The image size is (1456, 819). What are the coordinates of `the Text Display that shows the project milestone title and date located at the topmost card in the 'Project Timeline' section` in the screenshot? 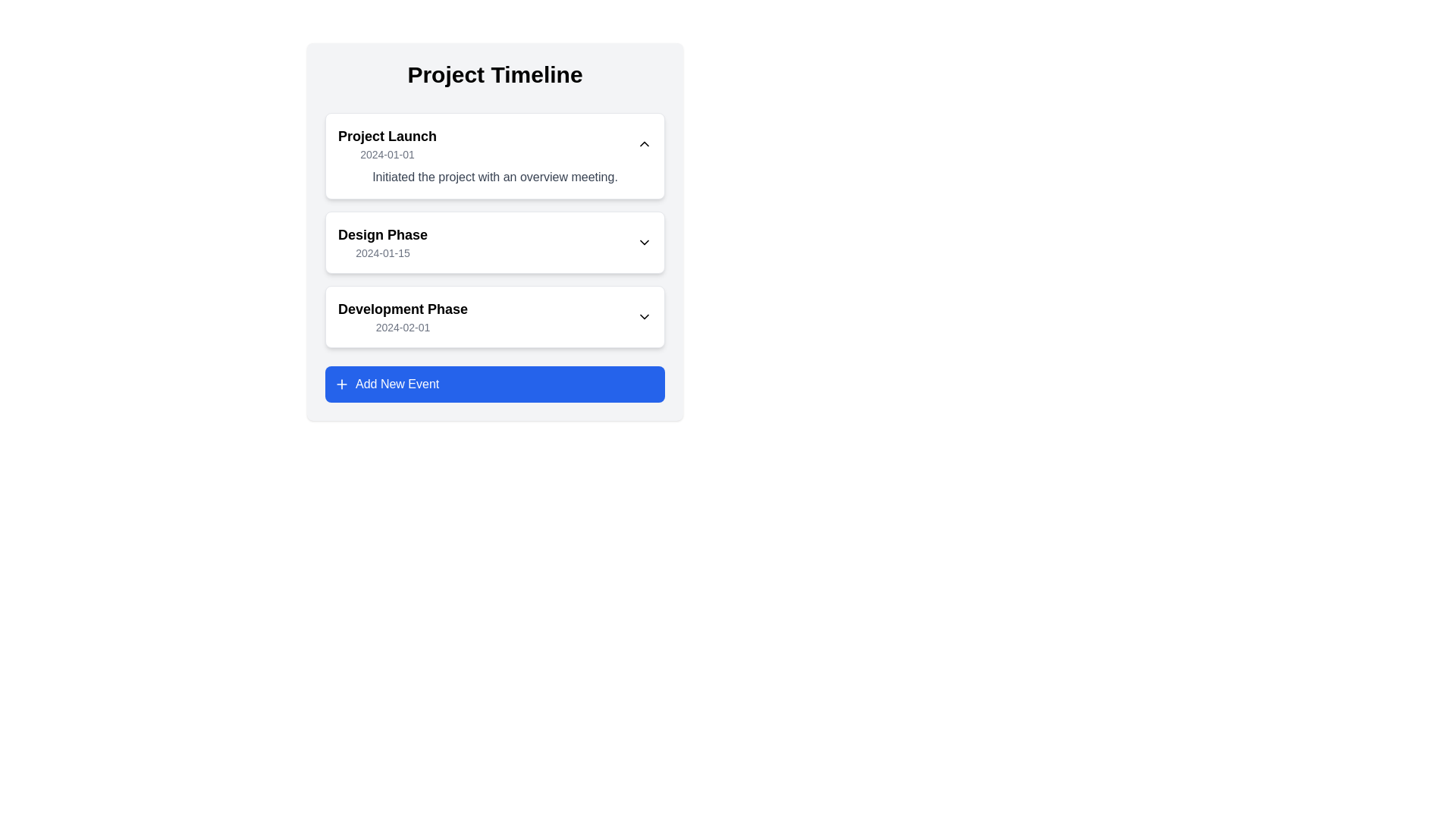 It's located at (388, 143).